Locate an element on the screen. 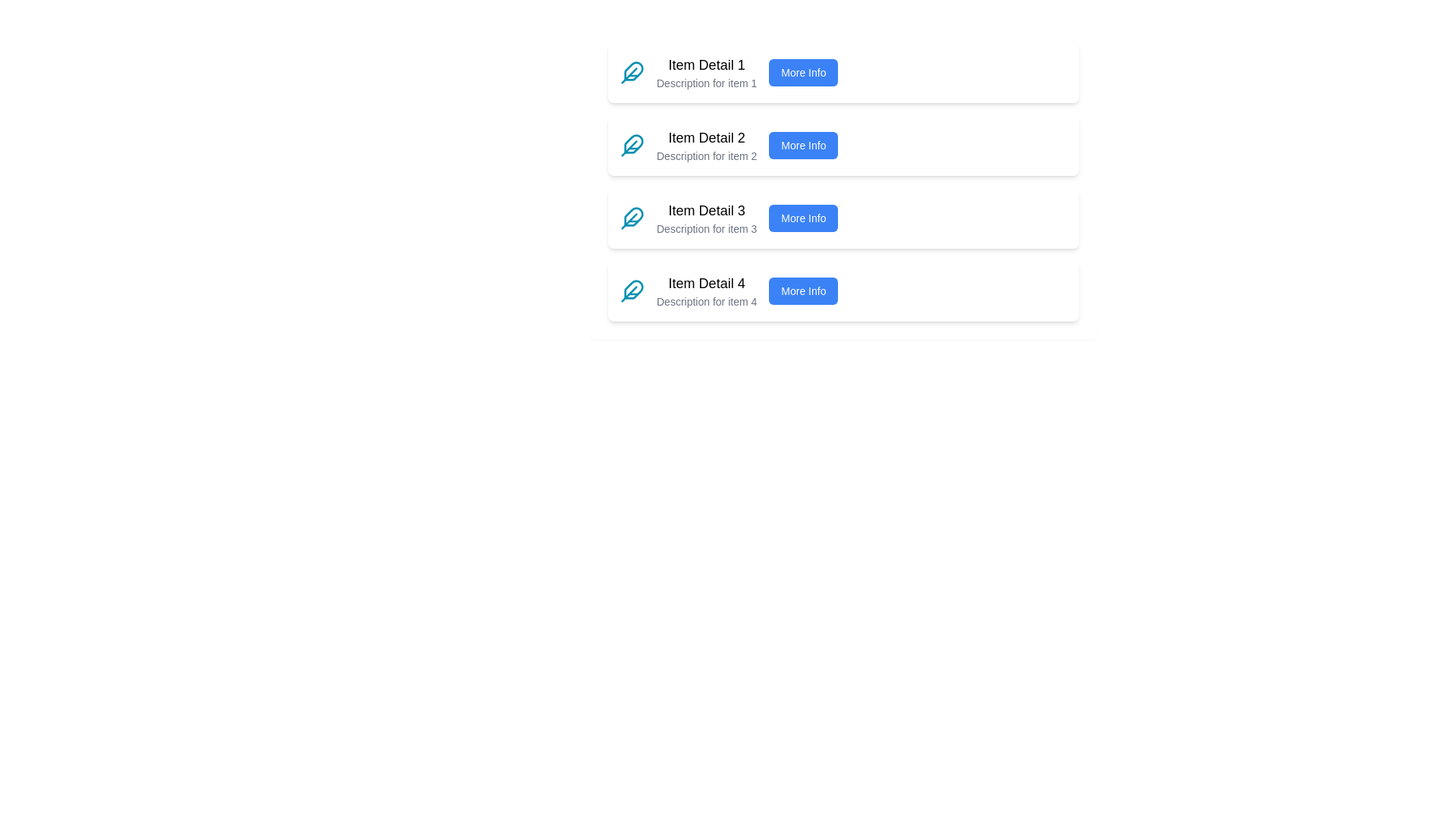  the leftmost feather quill icon in the fourth row of the vertically stacked list associated with 'Item Detail 4' is located at coordinates (633, 289).